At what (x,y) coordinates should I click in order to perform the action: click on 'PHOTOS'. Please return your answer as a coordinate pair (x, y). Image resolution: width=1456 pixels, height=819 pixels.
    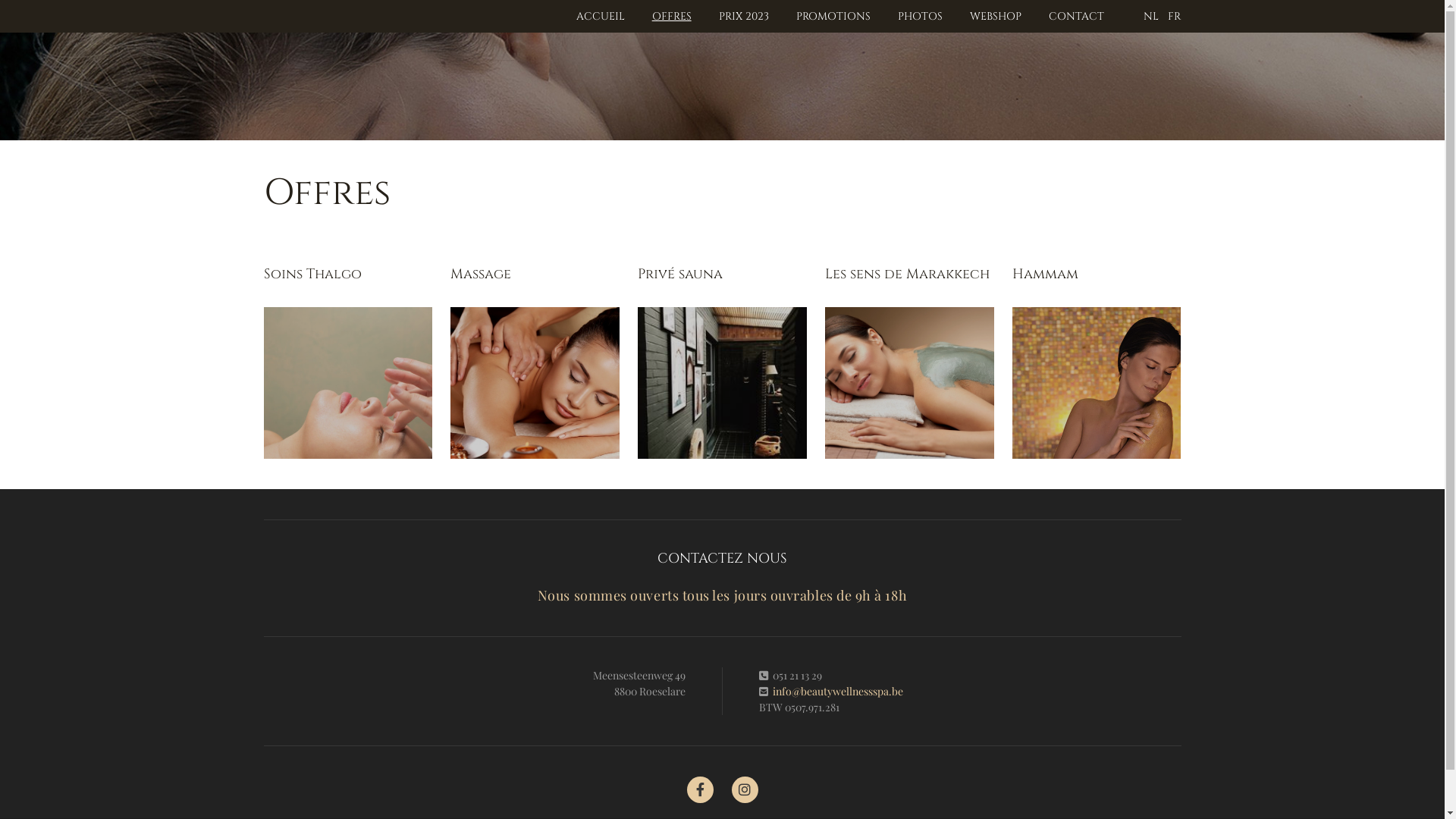
    Looking at the image, I should click on (919, 16).